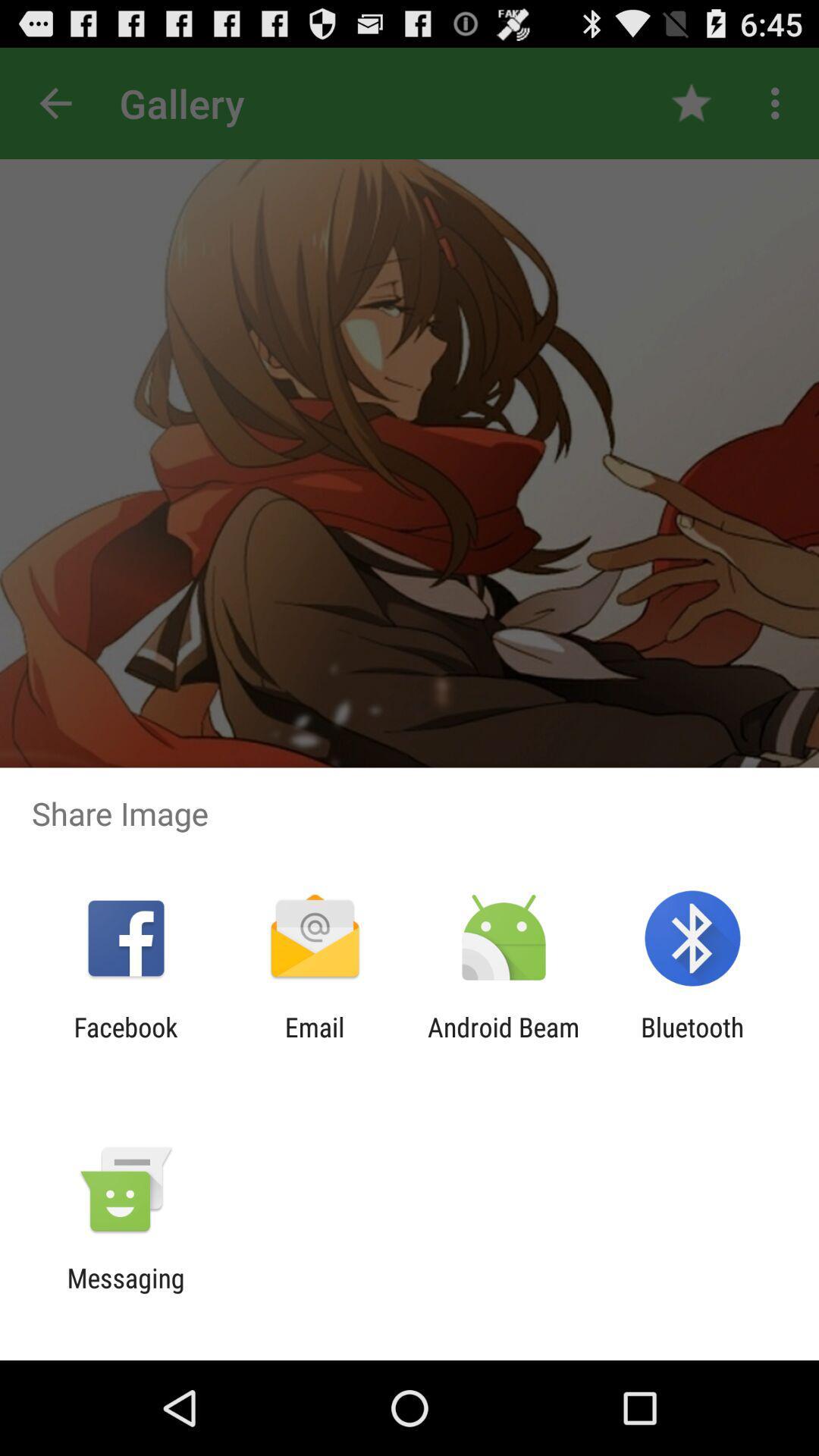  What do you see at coordinates (125, 1042) in the screenshot?
I see `facebook icon` at bounding box center [125, 1042].